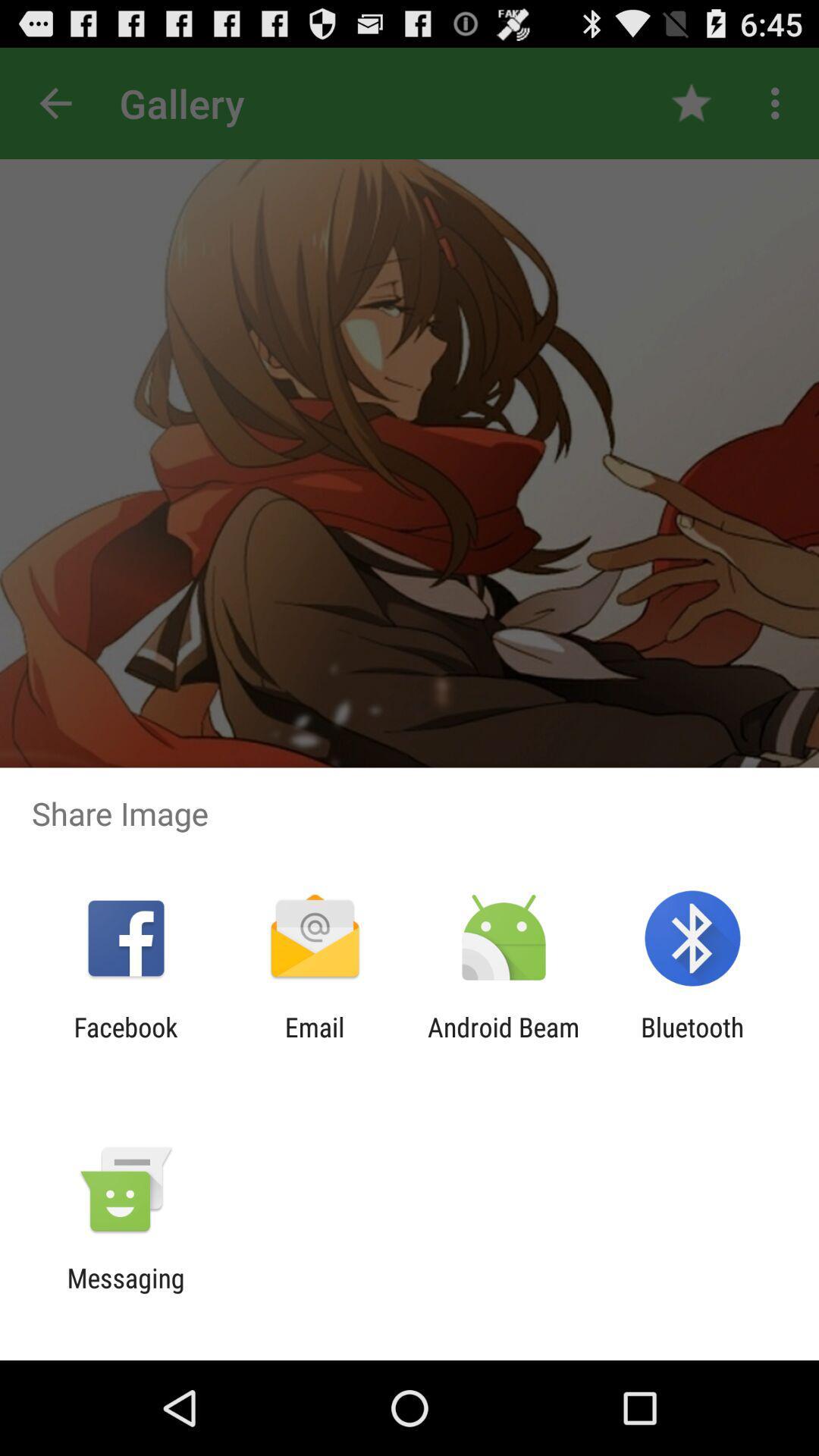  What do you see at coordinates (125, 1042) in the screenshot?
I see `facebook icon` at bounding box center [125, 1042].